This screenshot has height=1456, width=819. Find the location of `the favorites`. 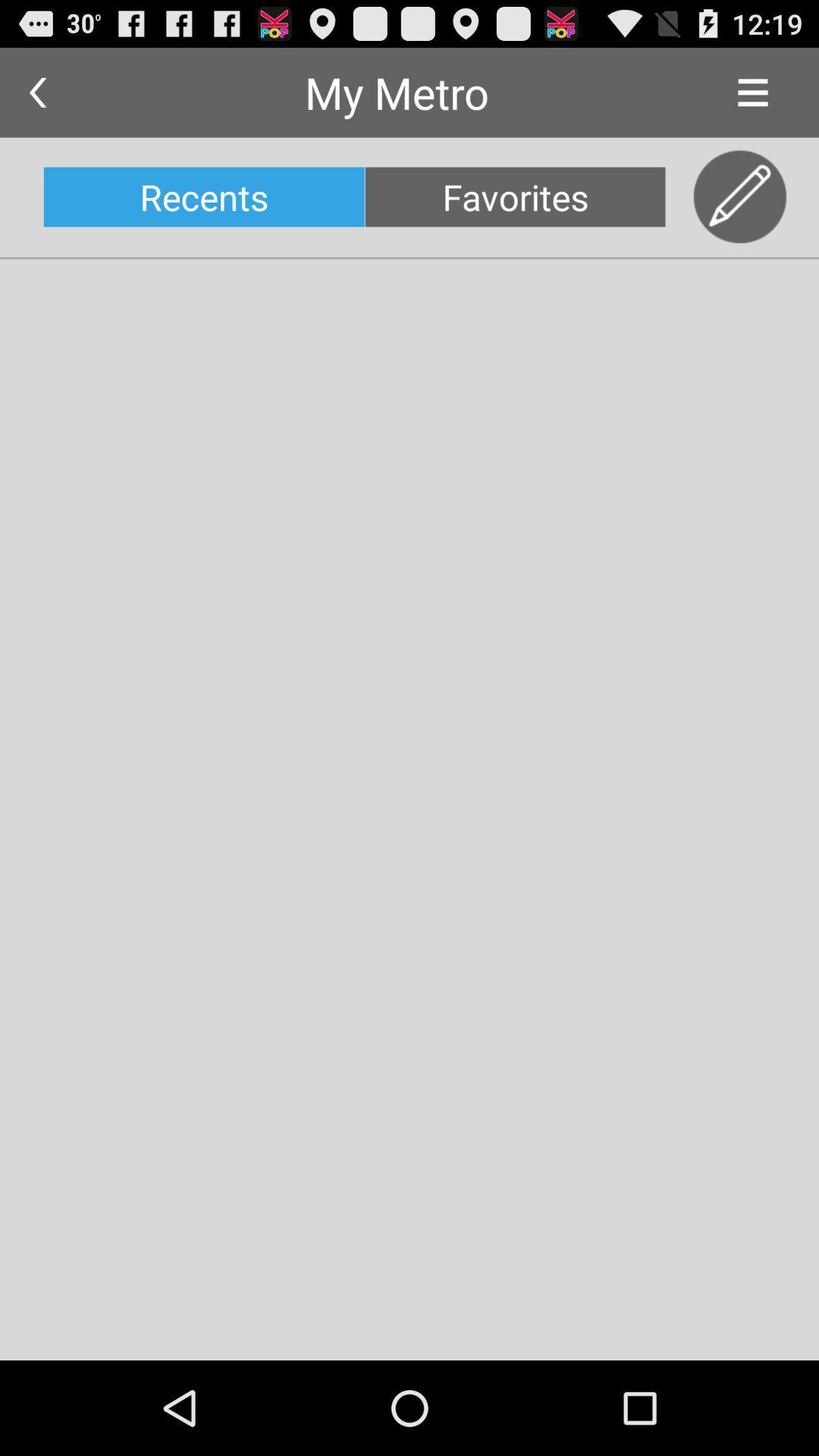

the favorites is located at coordinates (514, 196).